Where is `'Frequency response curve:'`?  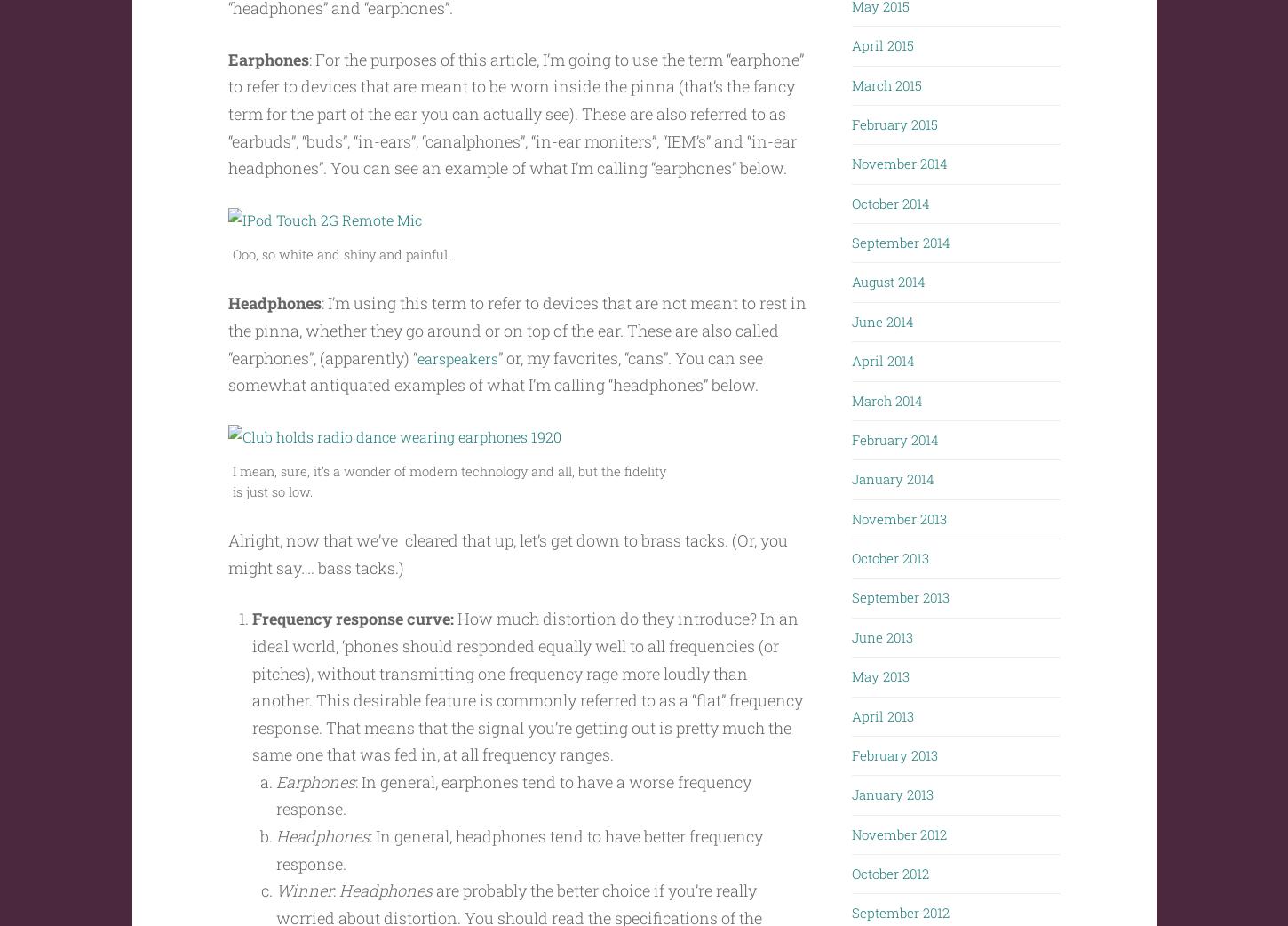
'Frequency response curve:' is located at coordinates (353, 652).